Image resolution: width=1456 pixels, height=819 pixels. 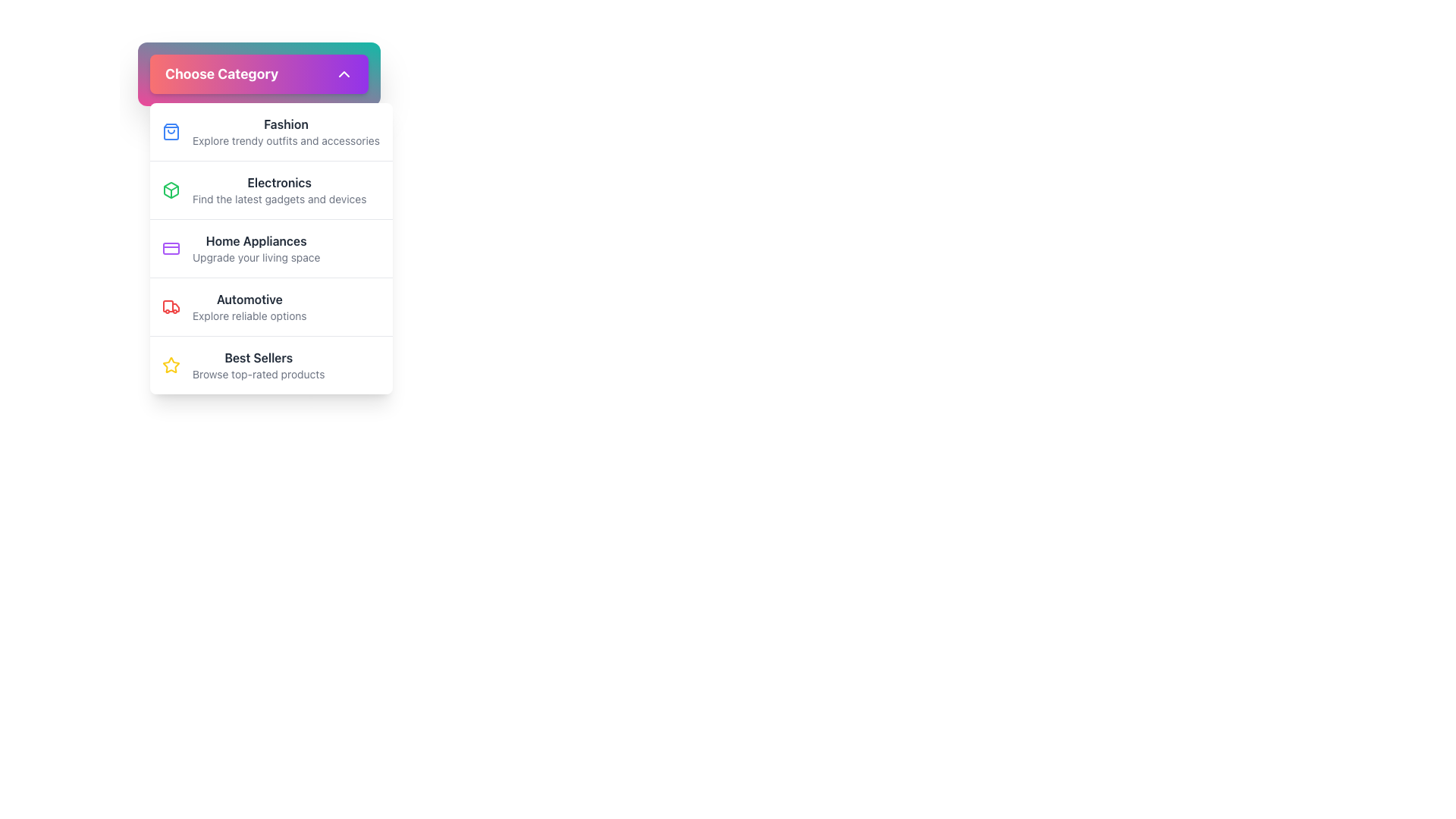 I want to click on the Text label that provides additional context for the 'Home Appliances' menu item located below its title in the menu list, so click(x=256, y=256).